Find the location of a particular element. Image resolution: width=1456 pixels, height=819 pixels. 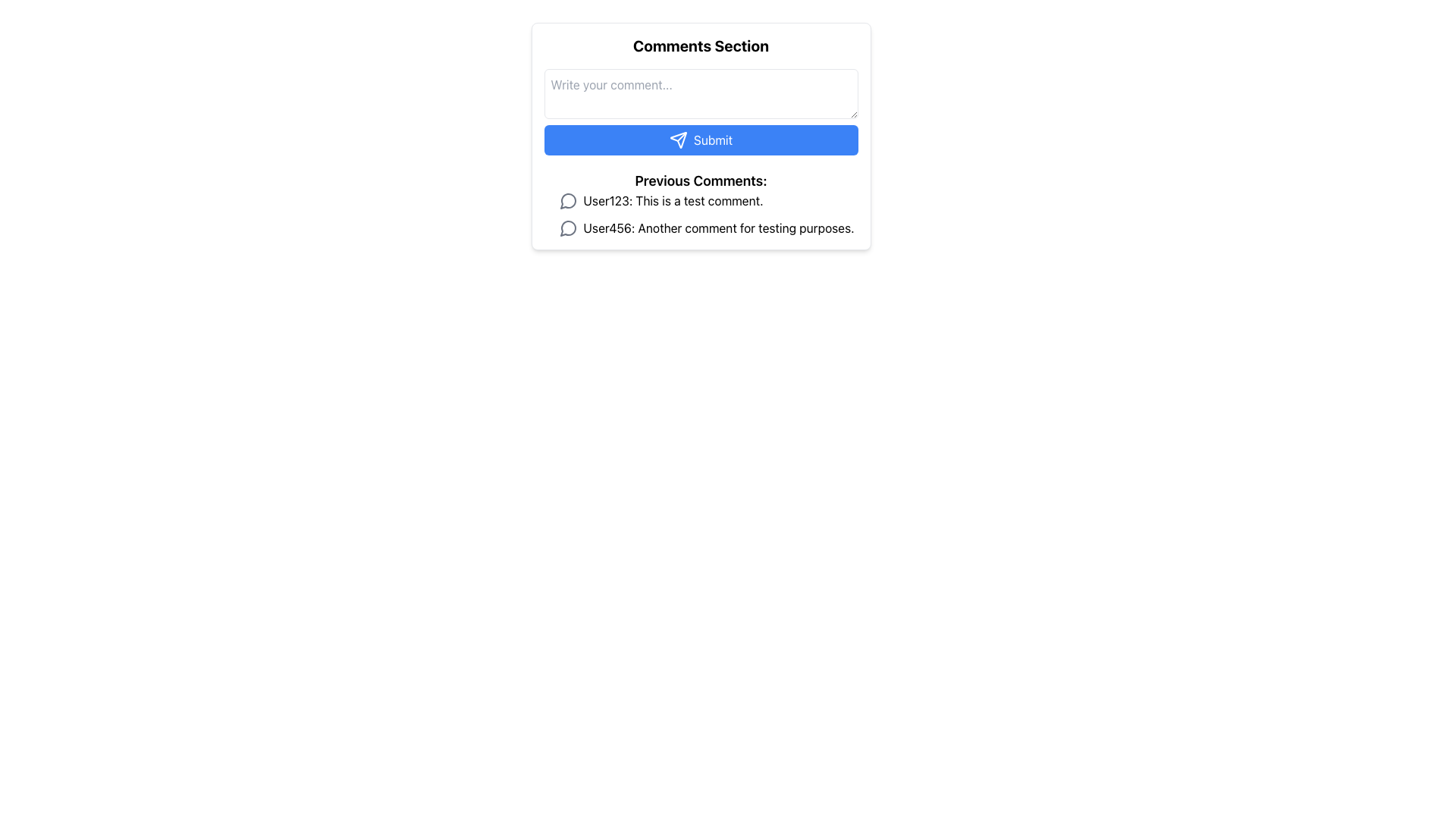

the speech bubble icon indicating comments associated with 'User456: Another comment for testing purposes.' is located at coordinates (566, 228).